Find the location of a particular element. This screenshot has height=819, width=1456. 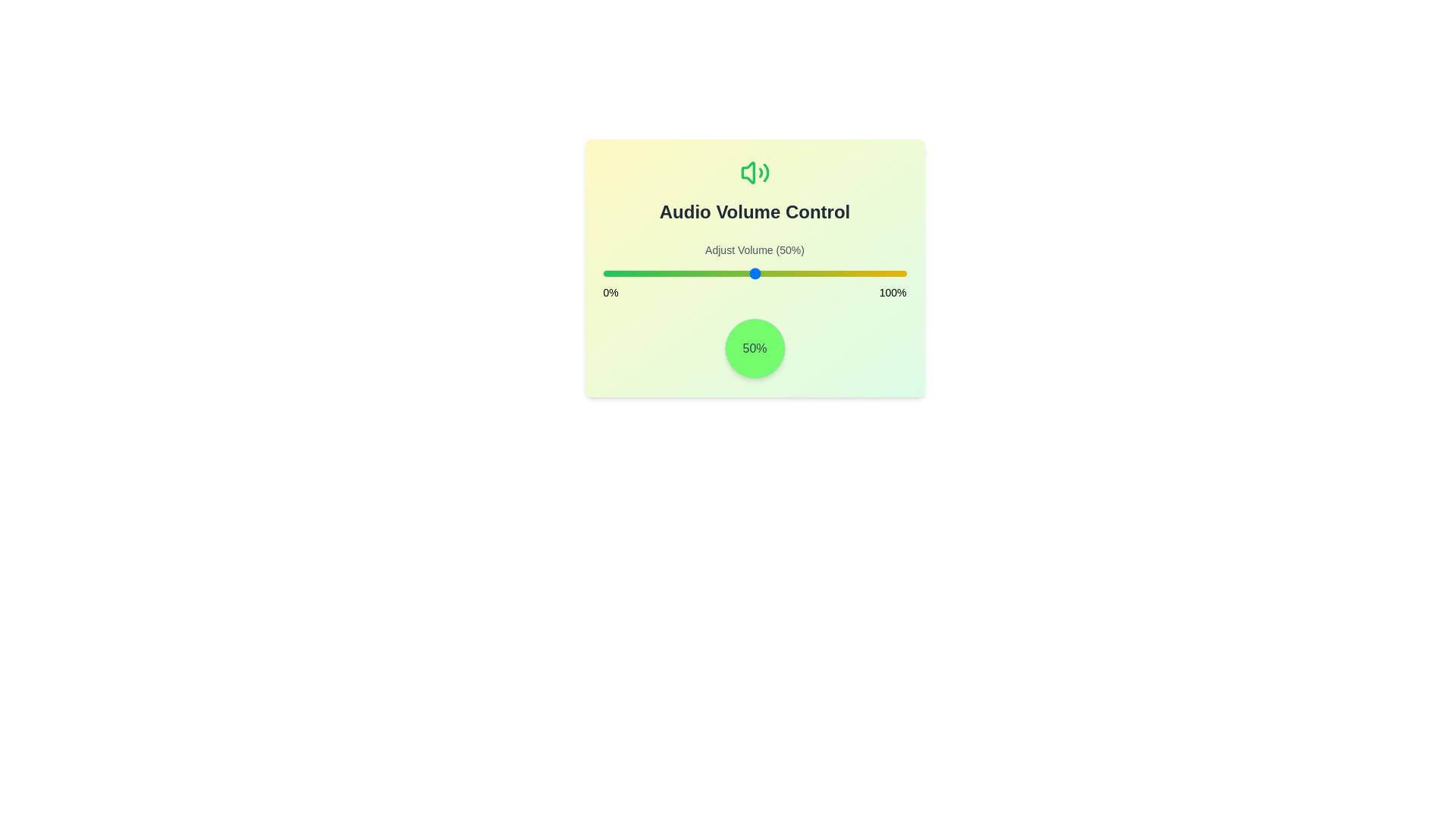

the 'Audio Volume Control' title is located at coordinates (755, 190).